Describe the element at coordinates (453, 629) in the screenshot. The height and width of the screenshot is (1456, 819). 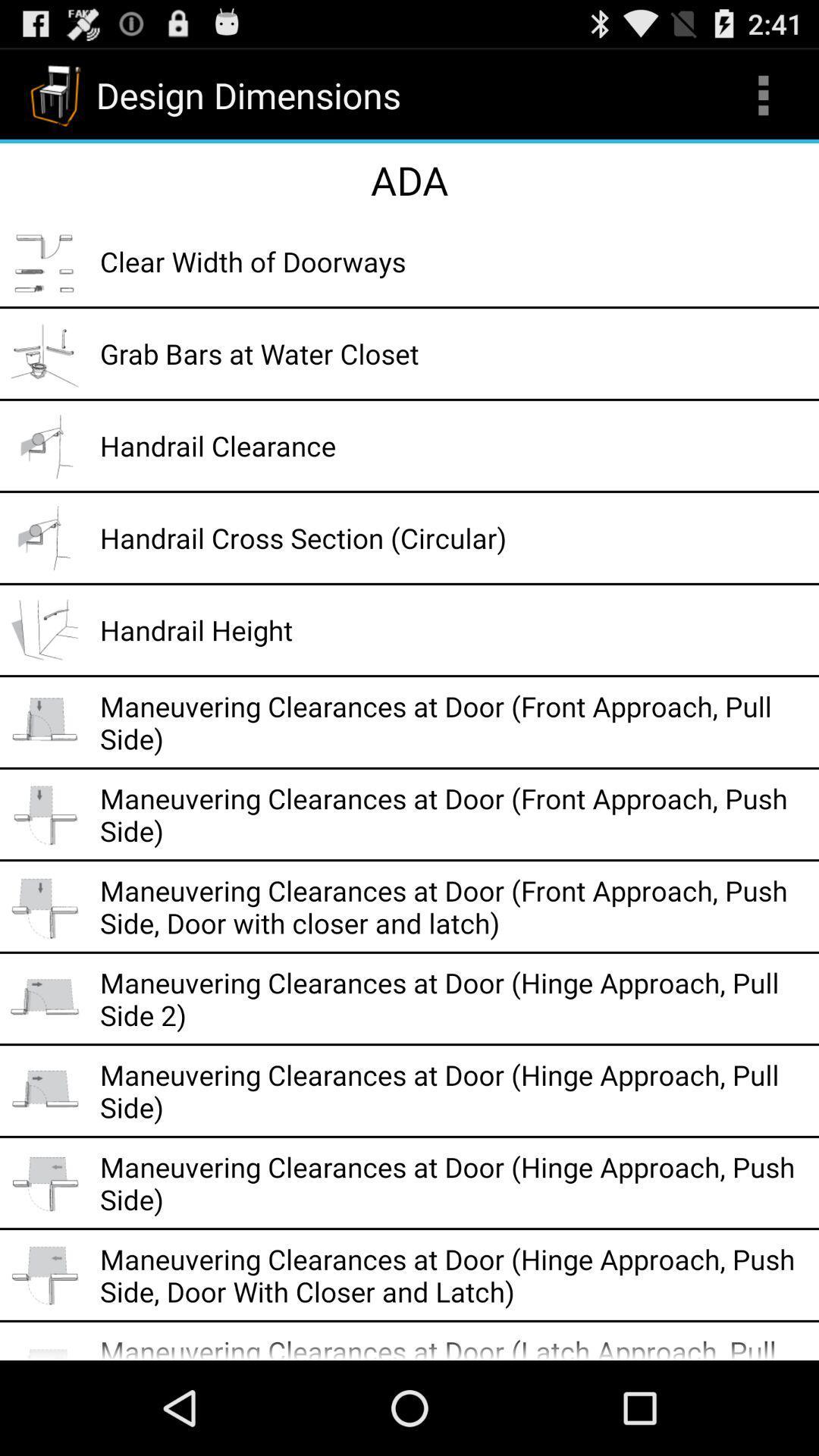
I see `handrail height` at that location.